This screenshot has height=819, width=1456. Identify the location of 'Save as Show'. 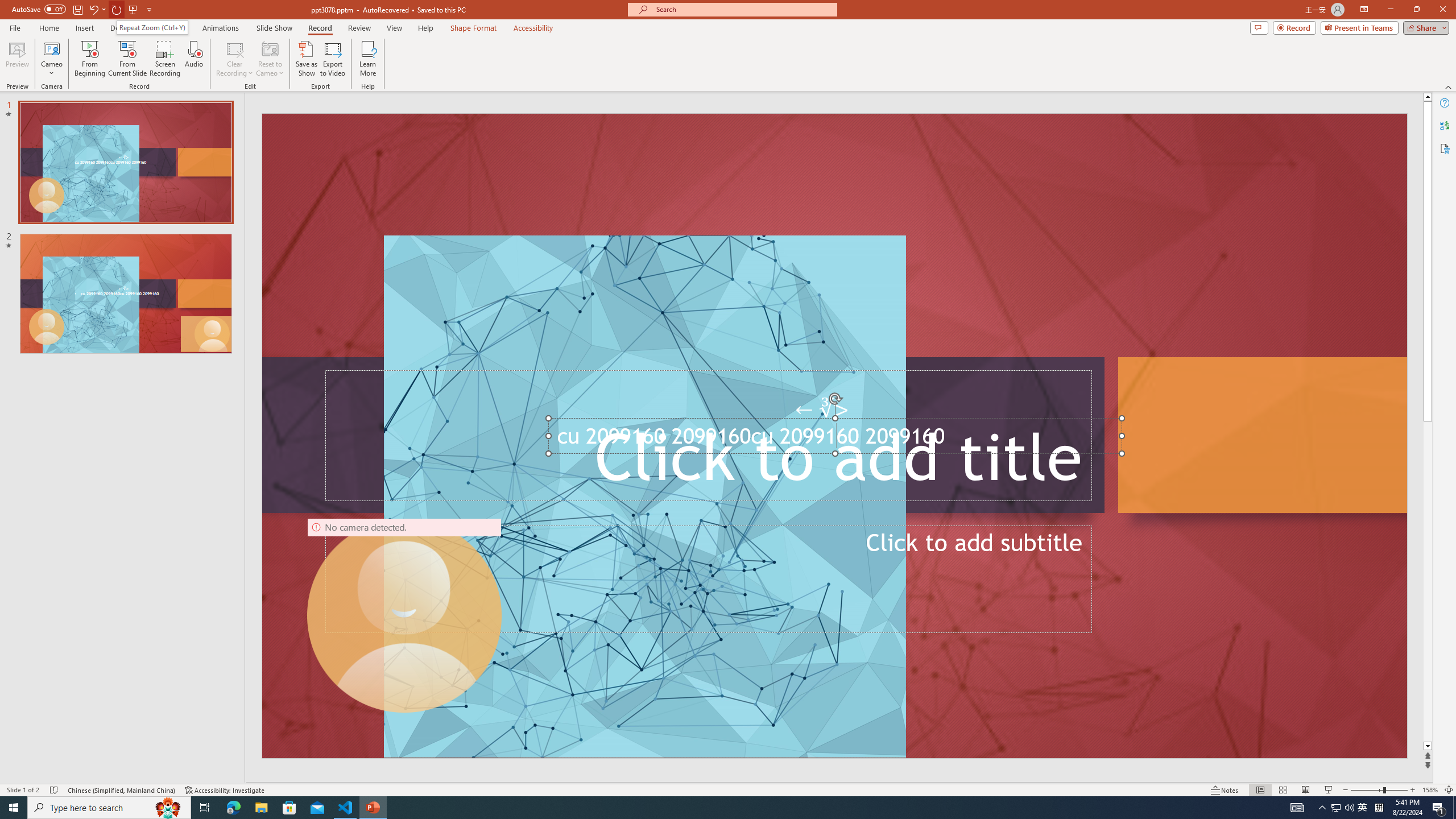
(306, 59).